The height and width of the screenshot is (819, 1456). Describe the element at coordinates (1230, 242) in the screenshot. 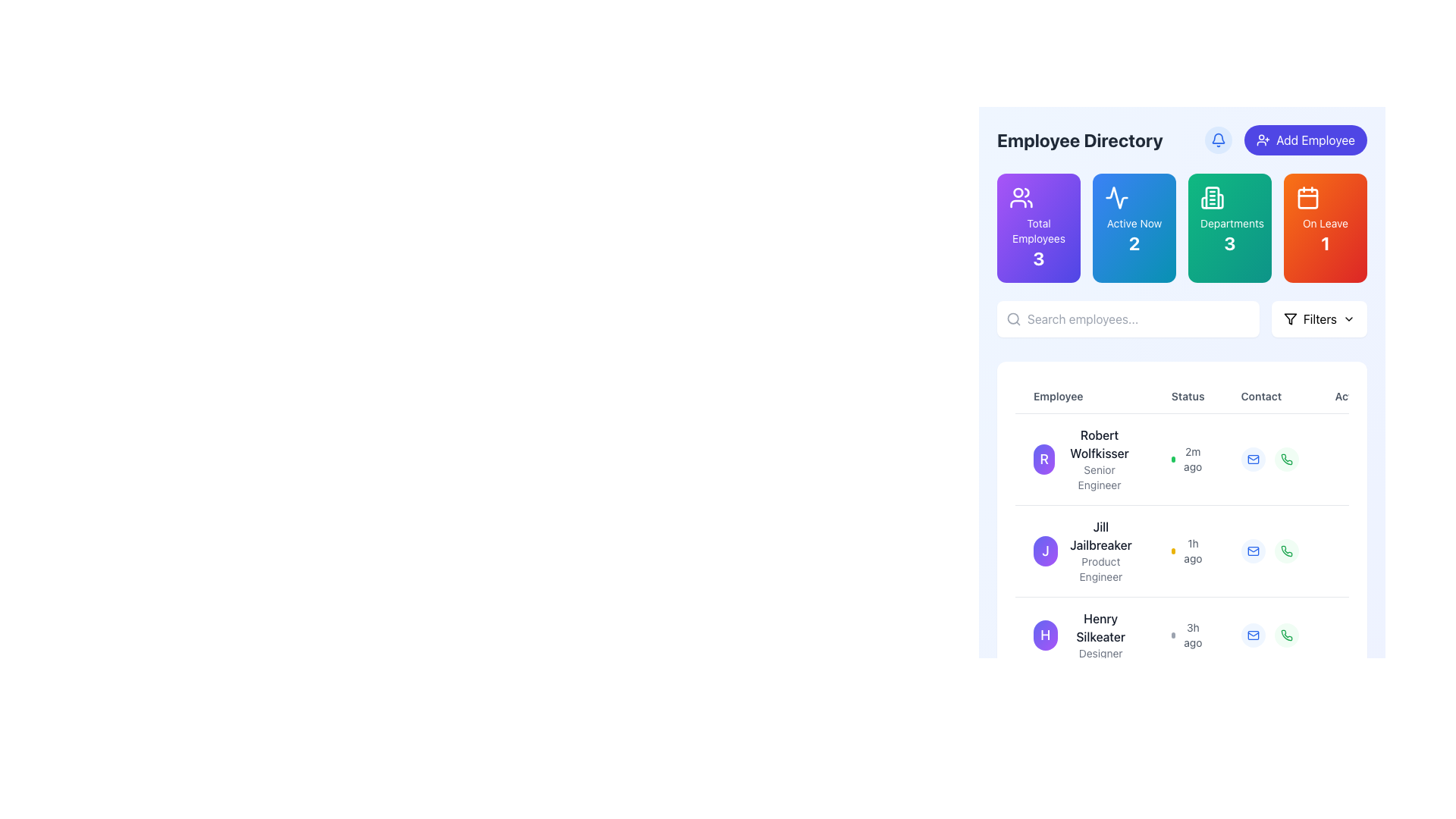

I see `the bold numeral '3' displayed in white on a green gradient background, located centrally within the third card labeled 'Departments'` at that location.